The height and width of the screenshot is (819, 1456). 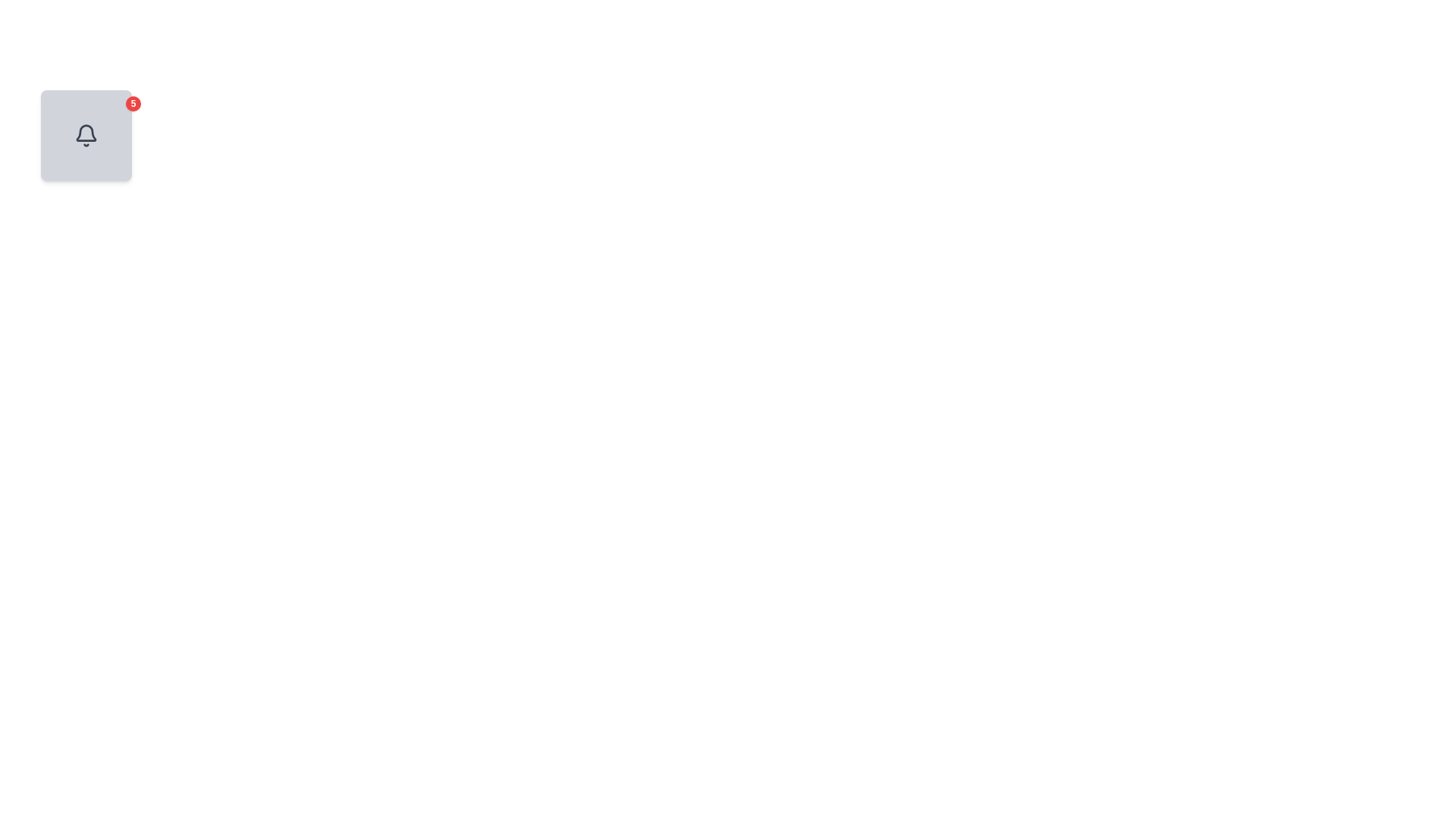 What do you see at coordinates (133, 103) in the screenshot?
I see `the count displayed on the small circular badge with a red background and white text showing '5', located at the top-right corner of the notification bell icon` at bounding box center [133, 103].